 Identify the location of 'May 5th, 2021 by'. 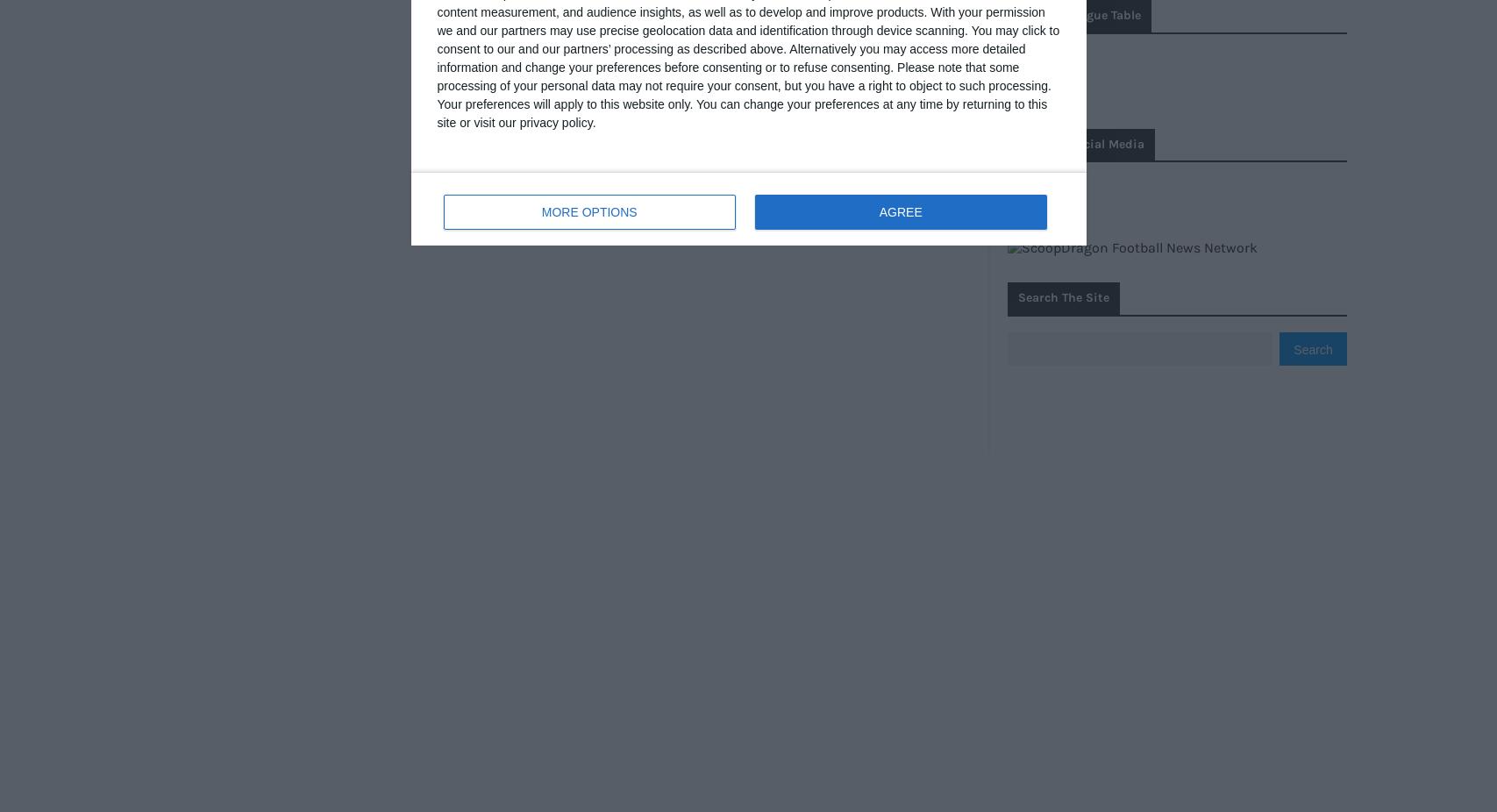
(551, 589).